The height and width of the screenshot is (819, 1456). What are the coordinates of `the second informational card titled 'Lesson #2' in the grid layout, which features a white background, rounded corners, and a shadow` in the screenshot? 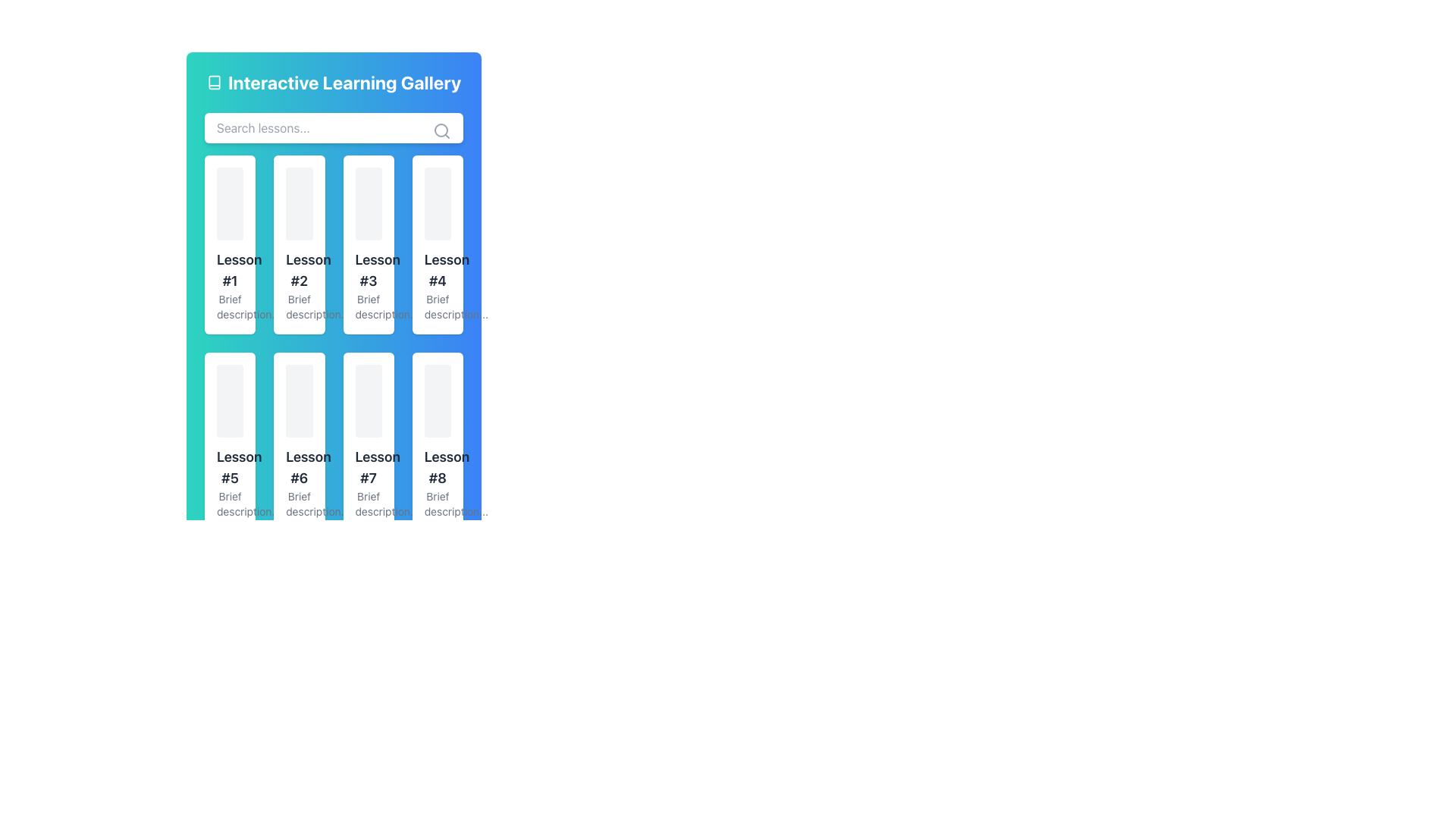 It's located at (299, 244).